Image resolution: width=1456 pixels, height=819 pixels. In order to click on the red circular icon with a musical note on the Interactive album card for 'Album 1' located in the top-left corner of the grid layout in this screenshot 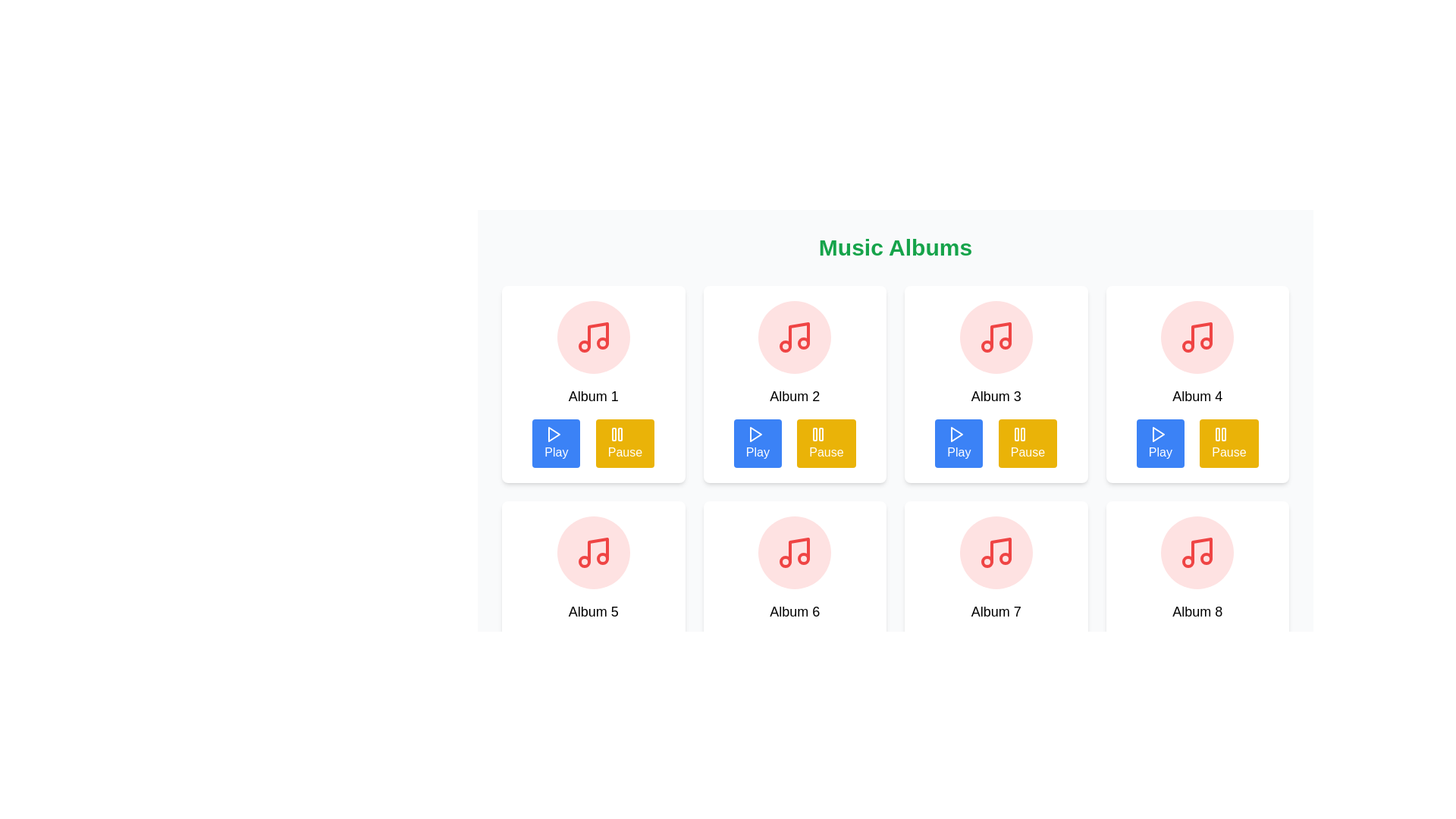, I will do `click(592, 383)`.